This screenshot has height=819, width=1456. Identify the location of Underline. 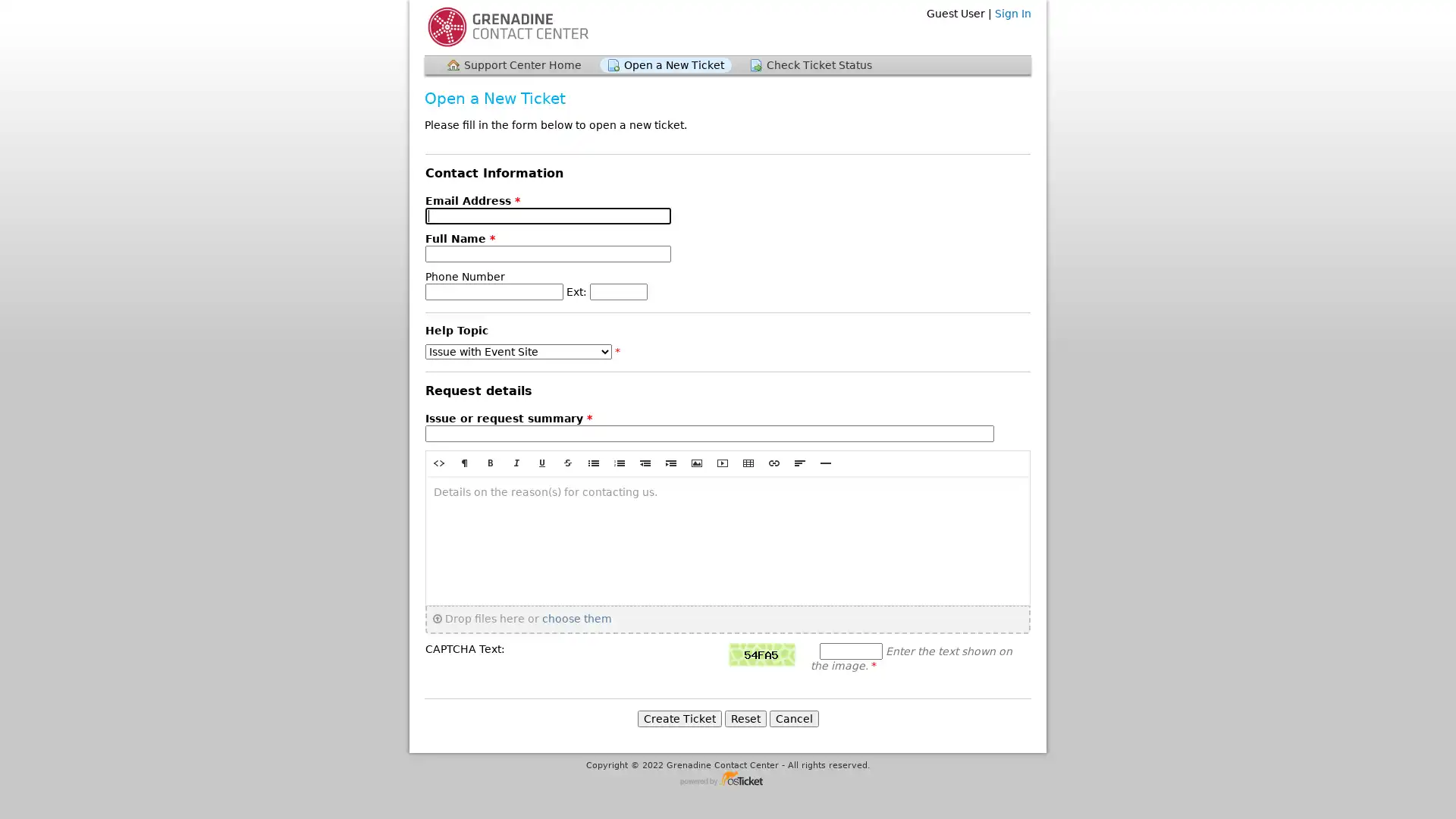
(542, 462).